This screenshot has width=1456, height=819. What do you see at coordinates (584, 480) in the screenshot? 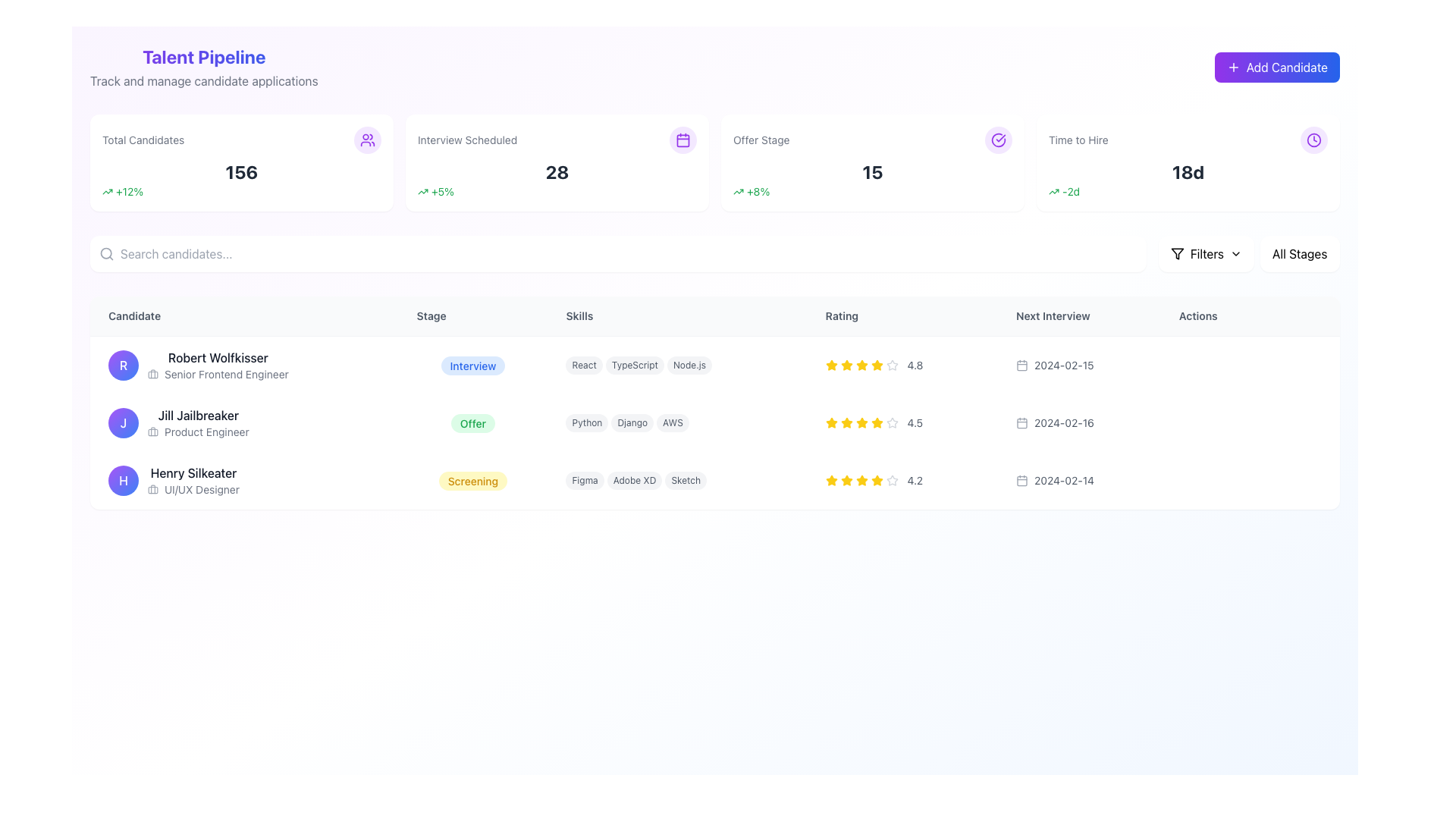
I see `the non-interactive label representing the skill associated with candidate 'Henry Silkeater' located in the 'Skills' column of the table` at bounding box center [584, 480].